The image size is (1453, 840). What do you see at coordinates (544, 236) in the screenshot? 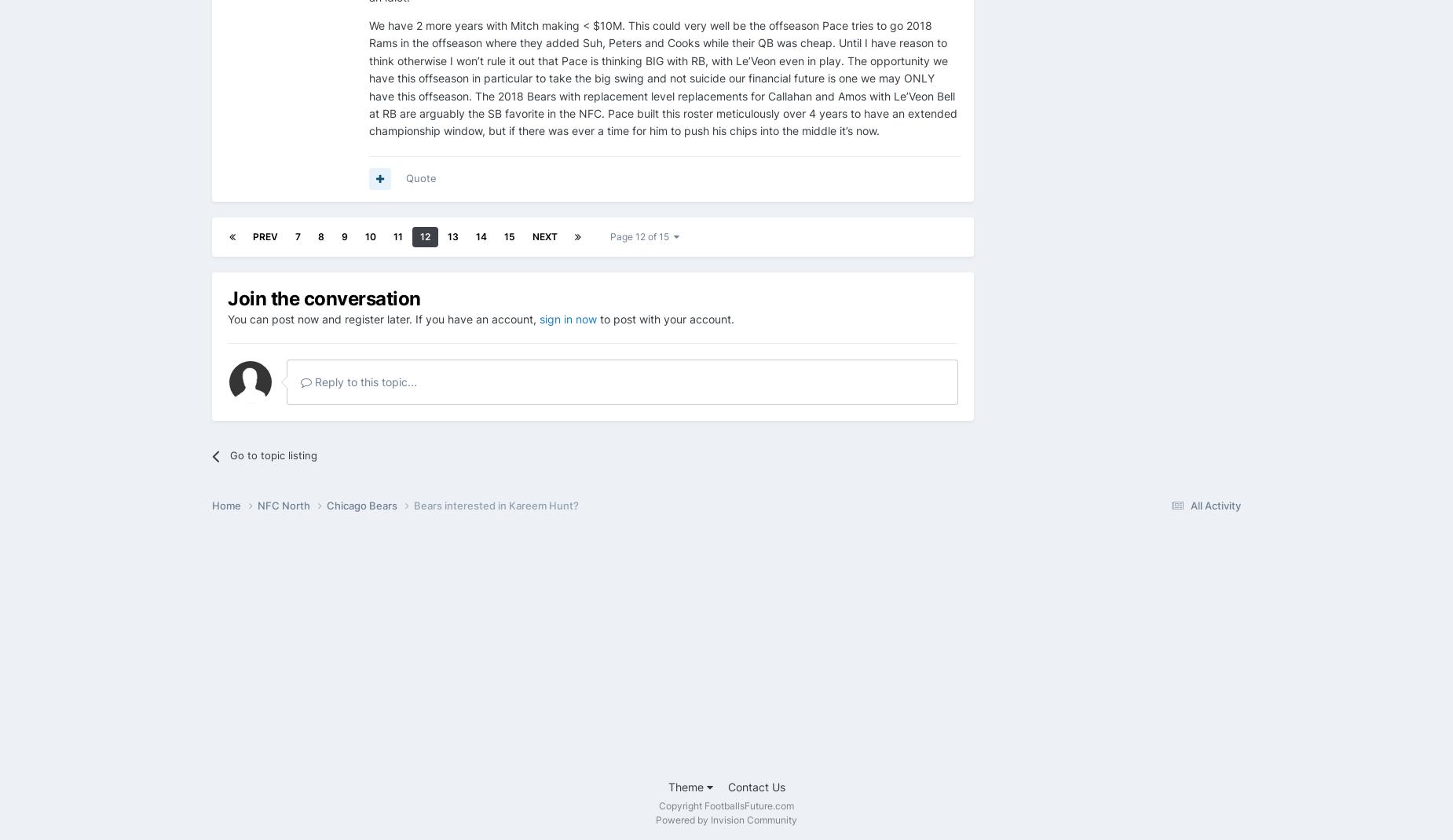
I see `'Next'` at bounding box center [544, 236].